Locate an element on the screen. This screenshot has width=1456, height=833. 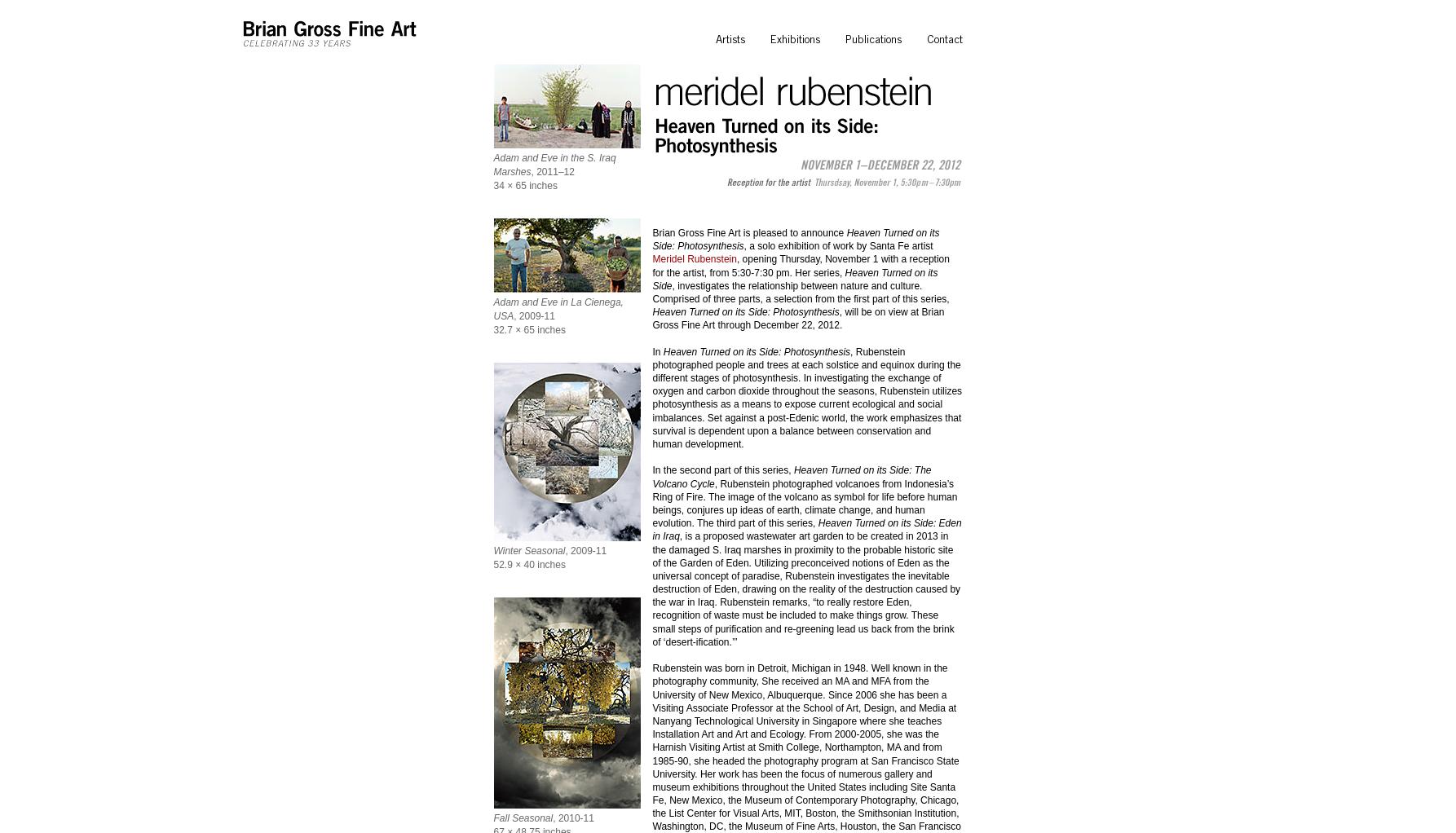
'Adam and Eve in La Cienega, USA' is located at coordinates (558, 308).